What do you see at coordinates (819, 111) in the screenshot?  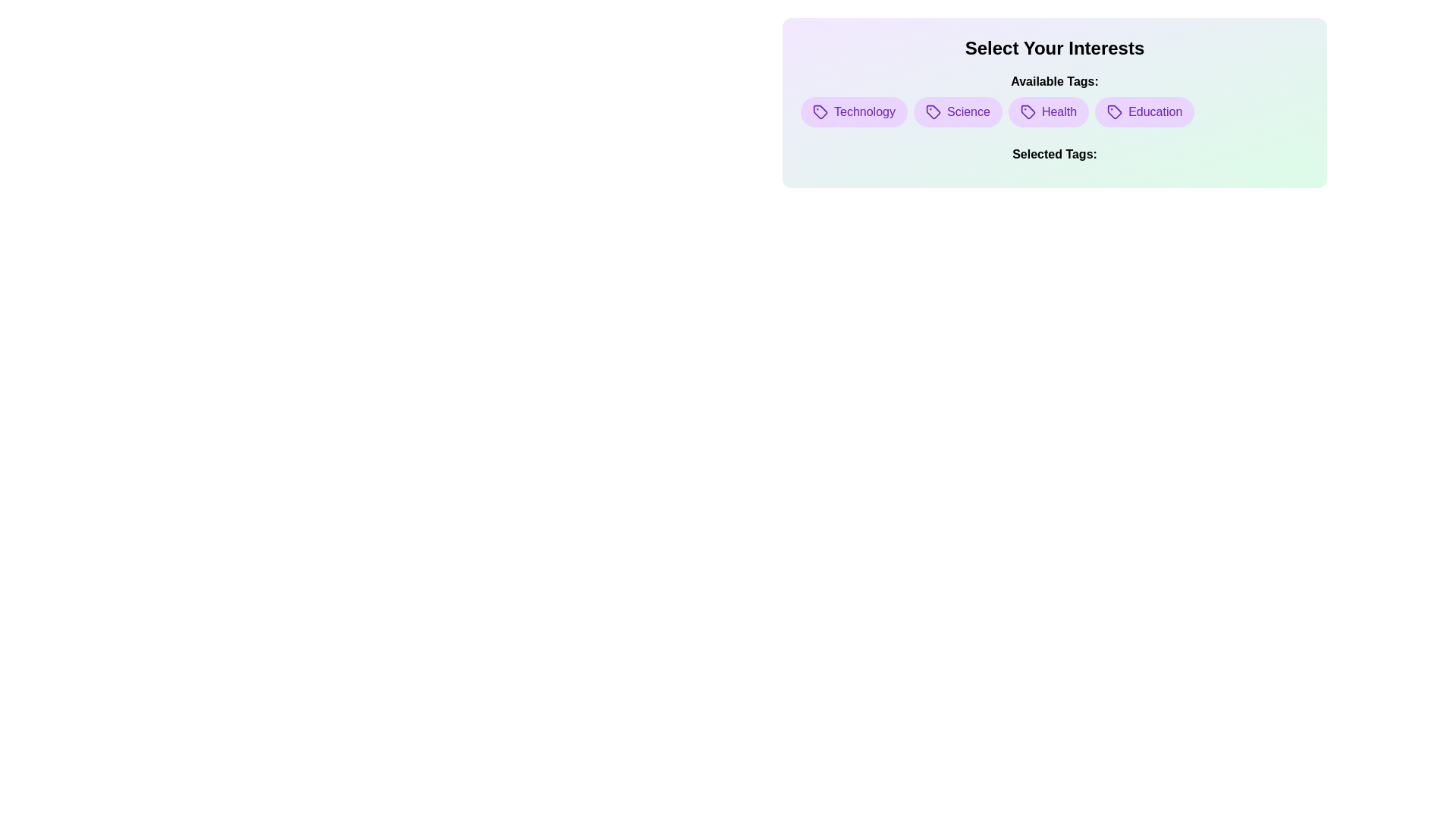 I see `the polygonal icon representing the 'Technology' tag` at bounding box center [819, 111].